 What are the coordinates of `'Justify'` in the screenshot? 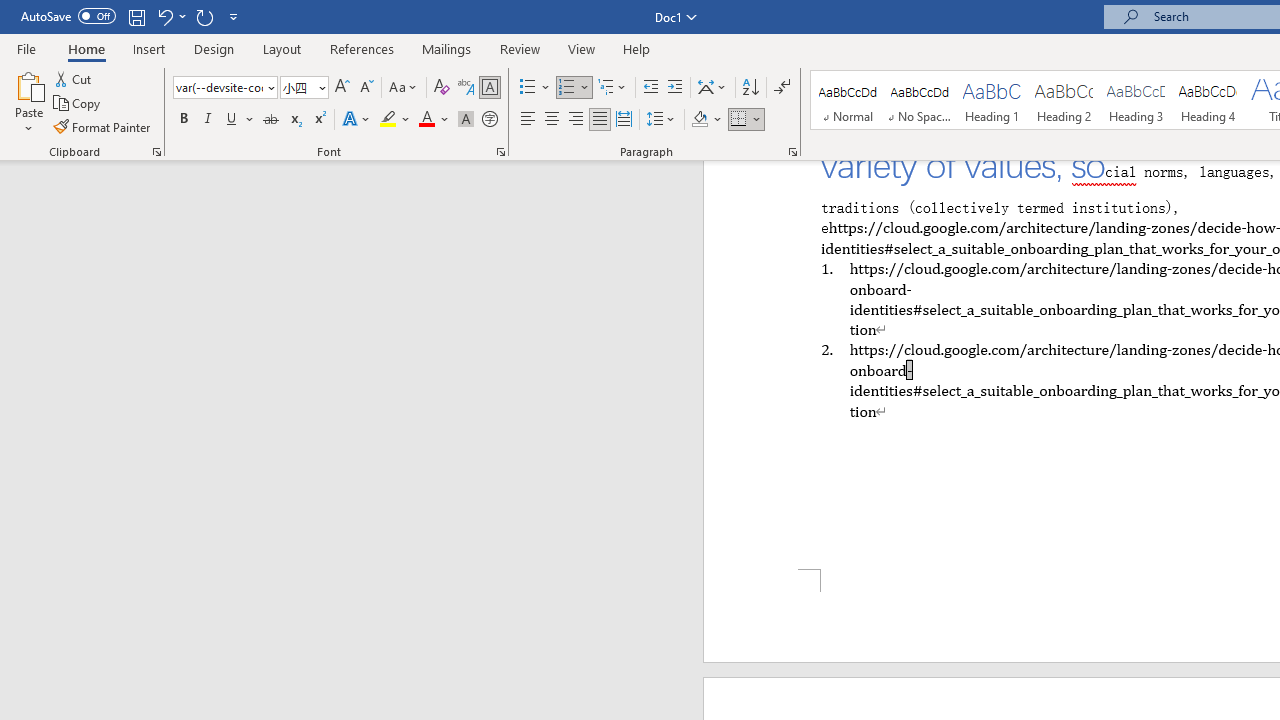 It's located at (598, 119).